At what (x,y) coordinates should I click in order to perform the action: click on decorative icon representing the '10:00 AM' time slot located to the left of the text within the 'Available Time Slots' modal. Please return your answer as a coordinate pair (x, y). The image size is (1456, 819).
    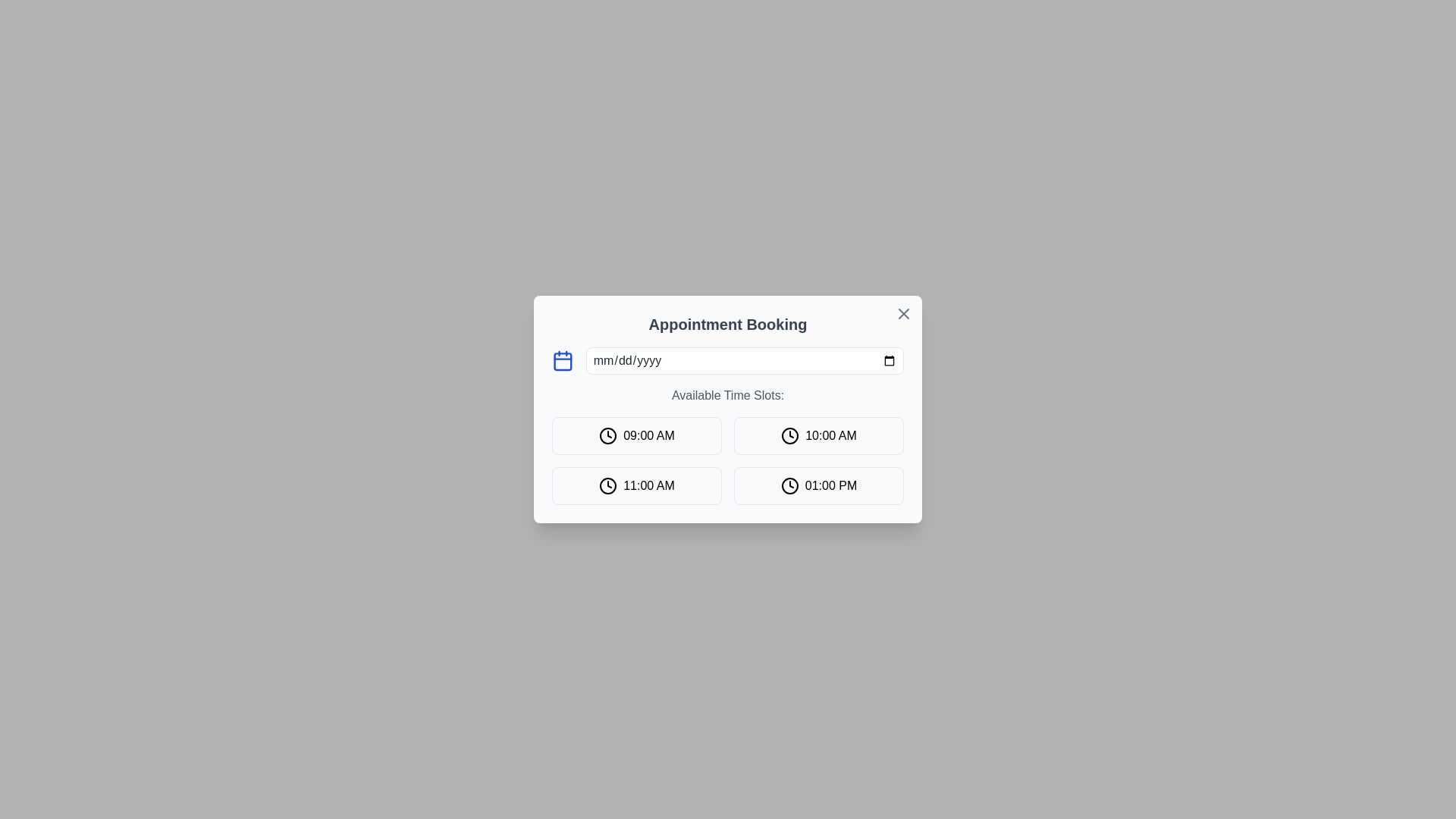
    Looking at the image, I should click on (789, 435).